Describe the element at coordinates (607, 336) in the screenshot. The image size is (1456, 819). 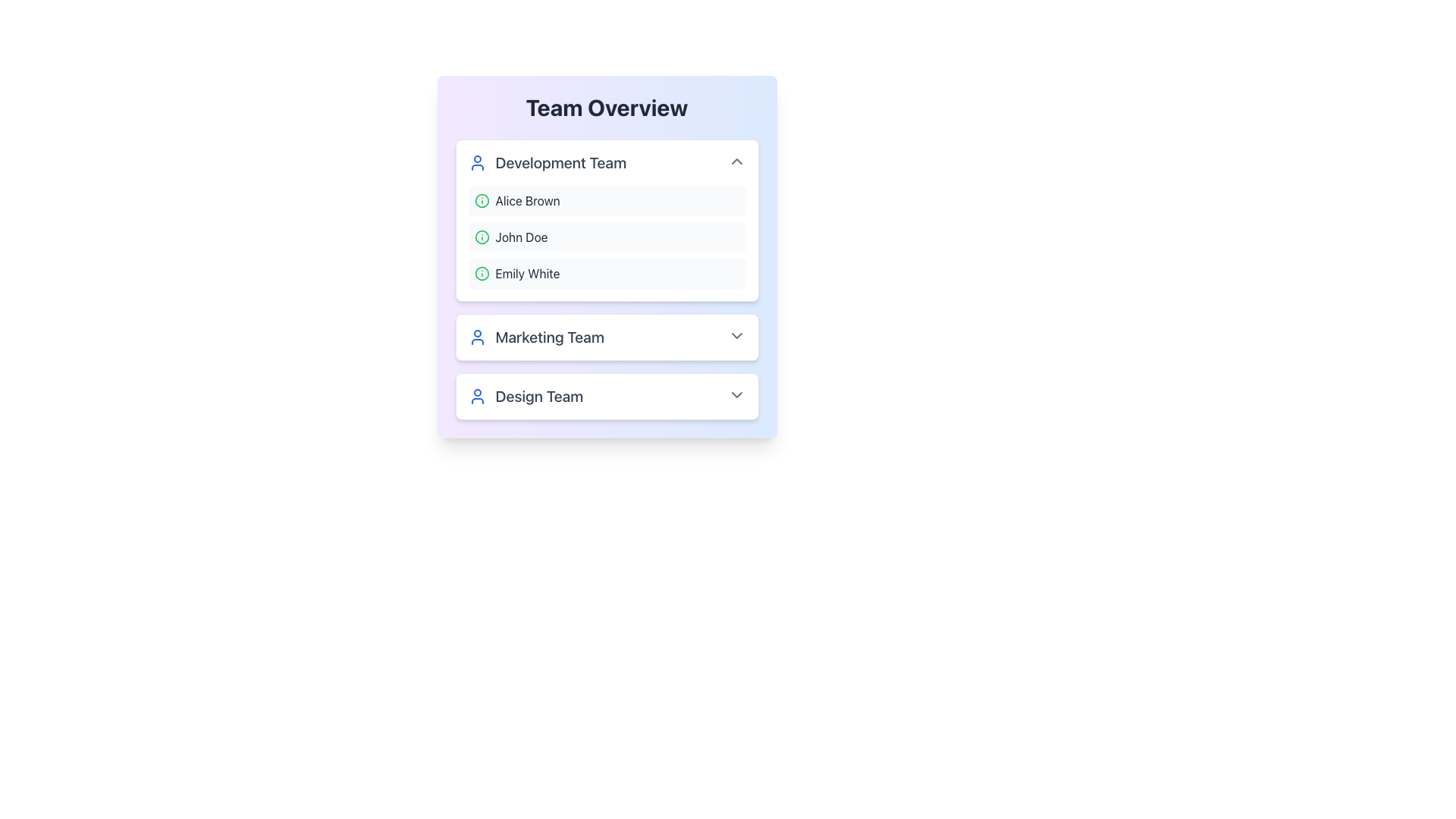
I see `the 'Marketing Team' interactive list item` at that location.